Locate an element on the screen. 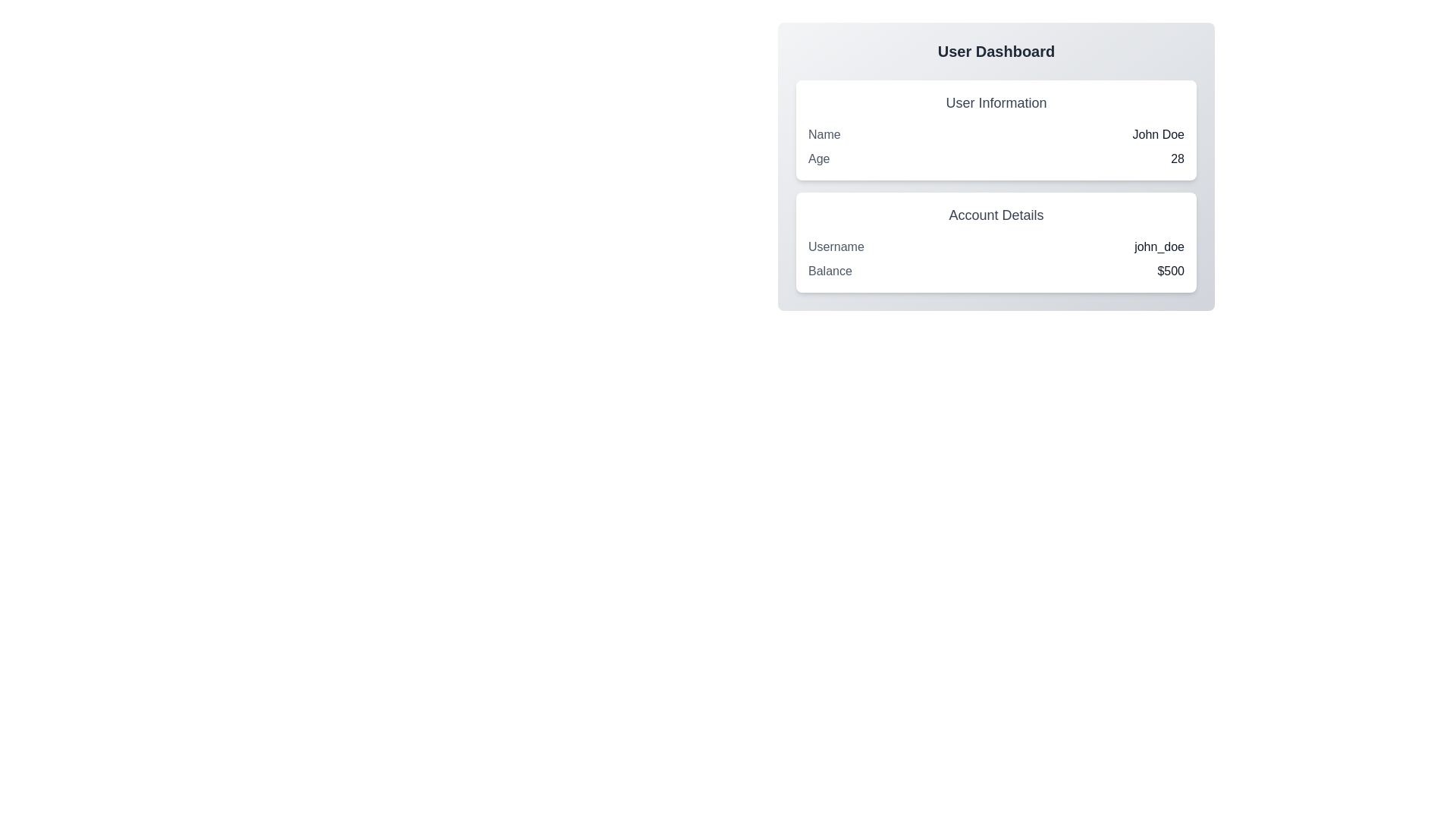  the text label displaying 'Name' located at the beginning of the row in the 'User Information' section of the dashboard is located at coordinates (824, 133).